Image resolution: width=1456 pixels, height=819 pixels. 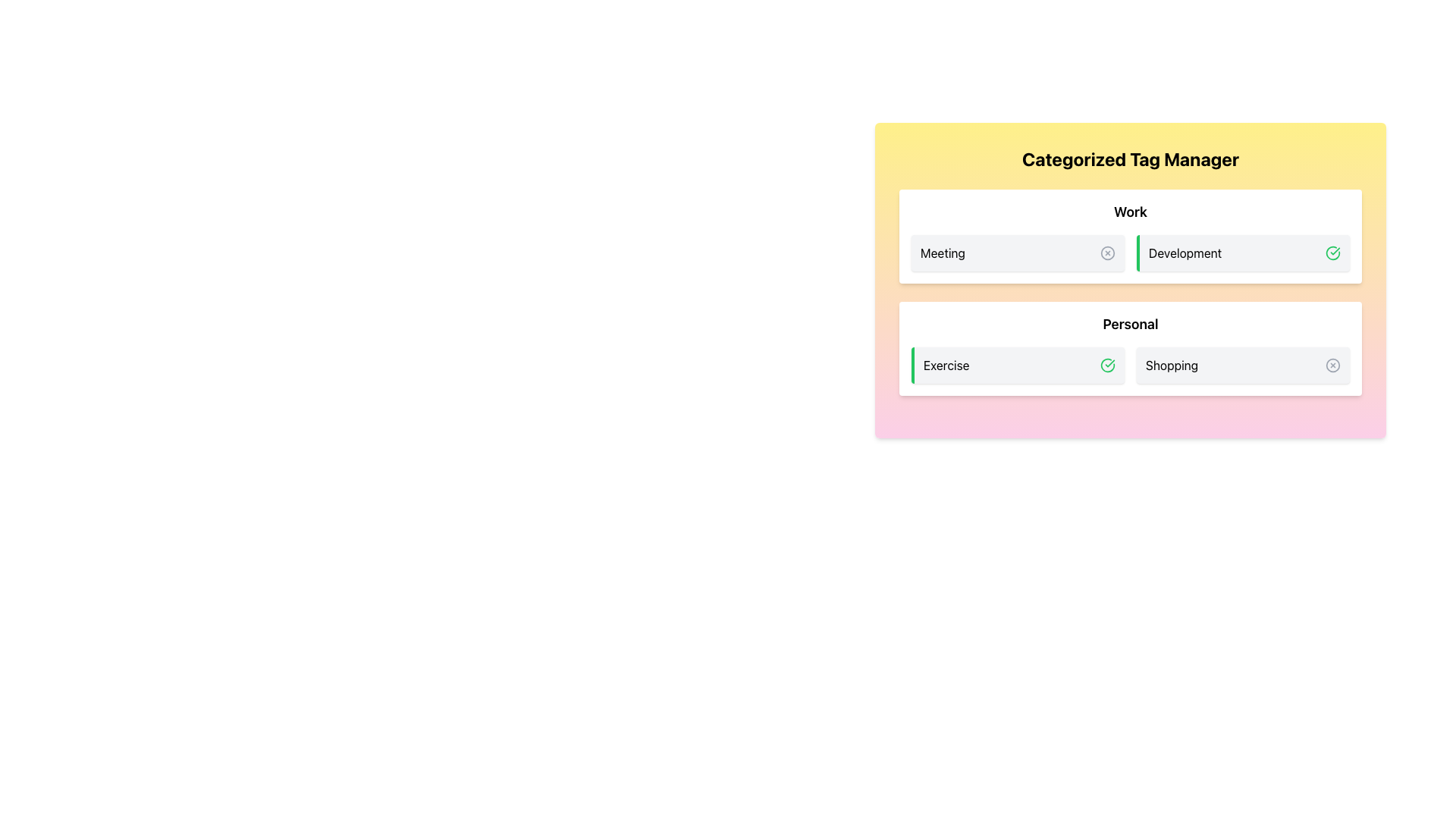 What do you see at coordinates (1107, 253) in the screenshot?
I see `the circular icon with close functionality located in the 'Work' section, positioned to the right of the 'Meeting' label and left of the 'Development' label` at bounding box center [1107, 253].